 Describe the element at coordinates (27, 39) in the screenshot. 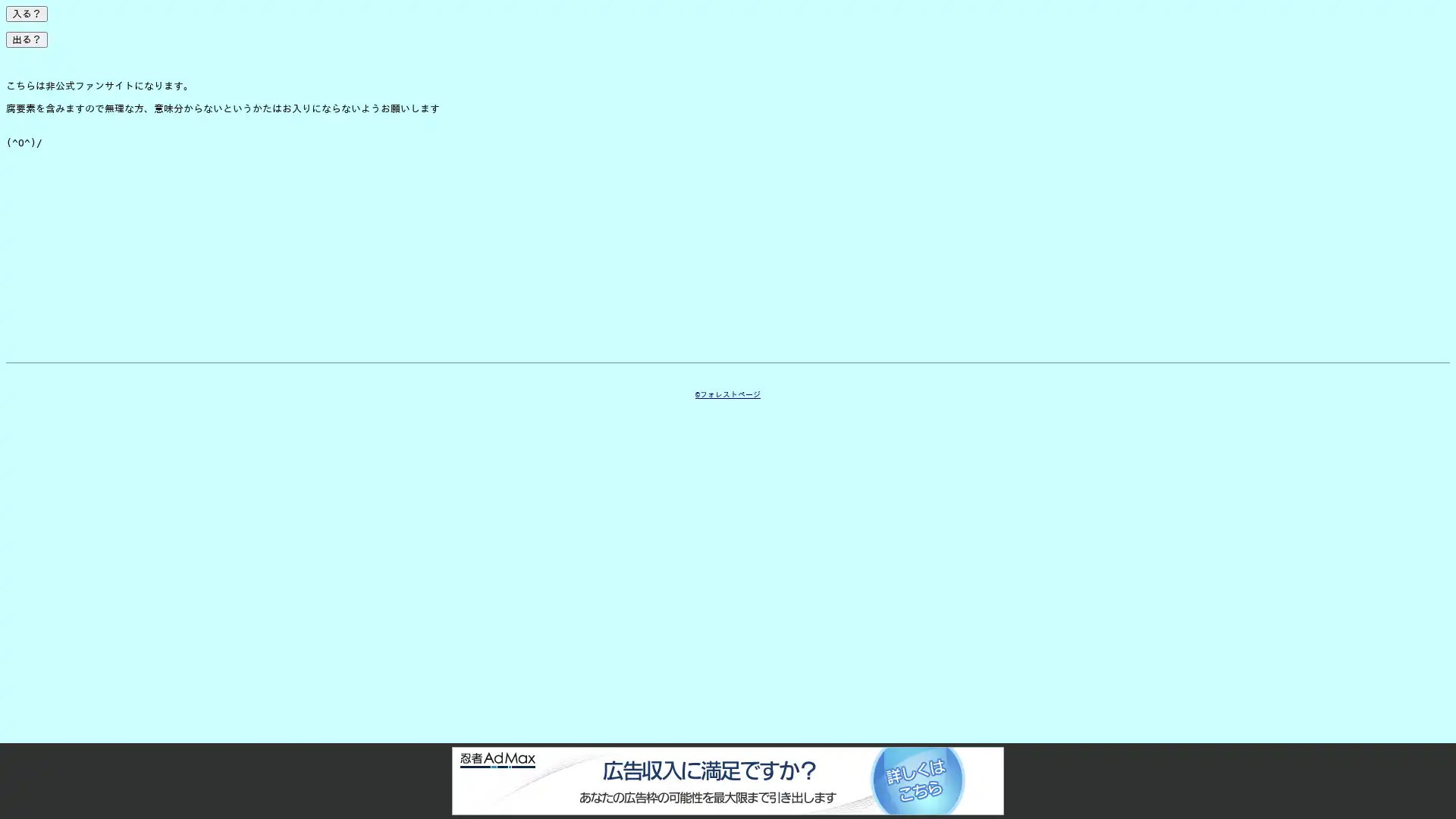

I see `?` at that location.